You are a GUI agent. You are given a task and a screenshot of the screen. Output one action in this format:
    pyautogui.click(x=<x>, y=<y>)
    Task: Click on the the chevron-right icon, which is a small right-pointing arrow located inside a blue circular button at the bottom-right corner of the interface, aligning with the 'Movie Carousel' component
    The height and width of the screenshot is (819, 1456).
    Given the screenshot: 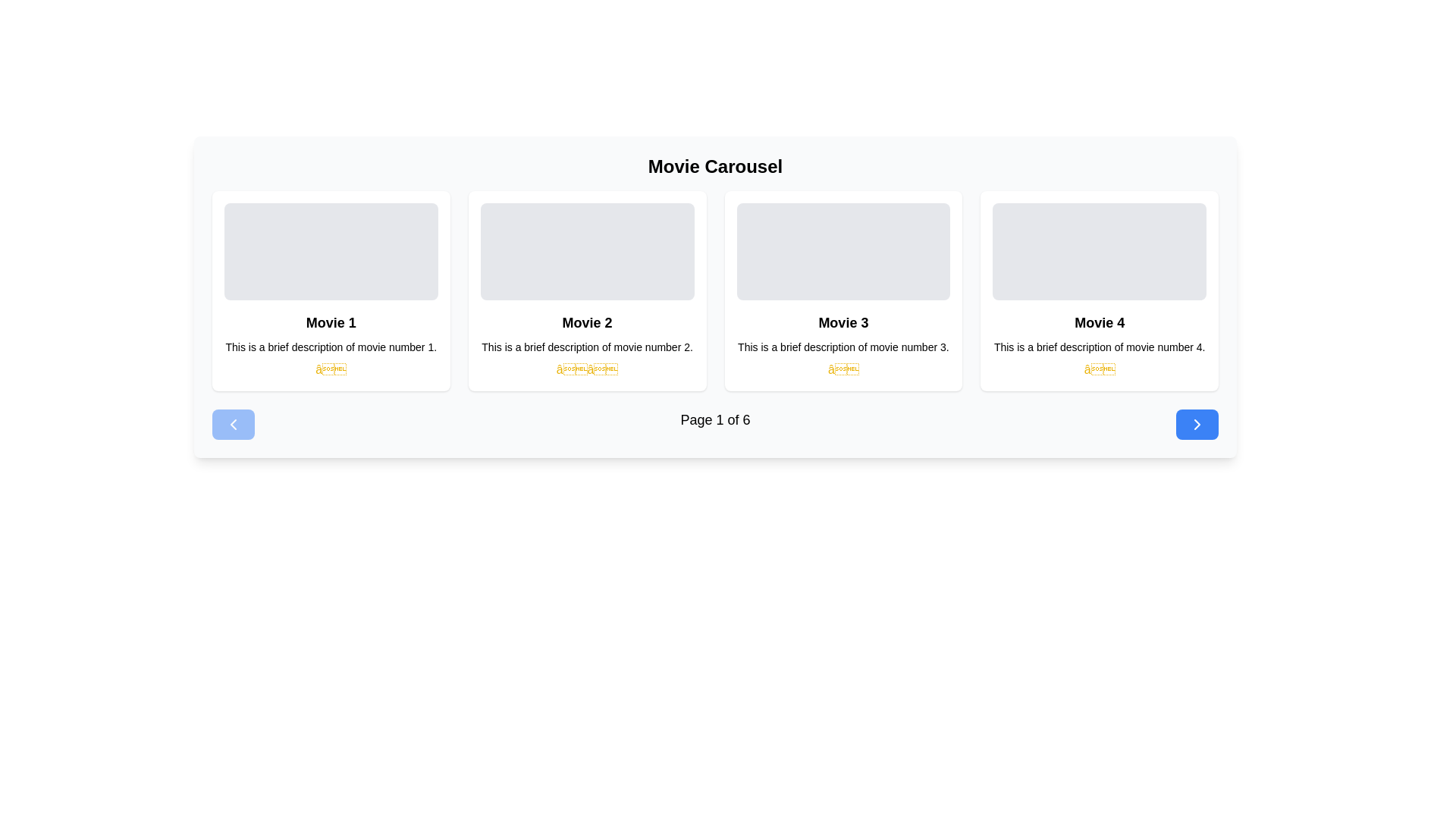 What is the action you would take?
    pyautogui.click(x=1197, y=424)
    